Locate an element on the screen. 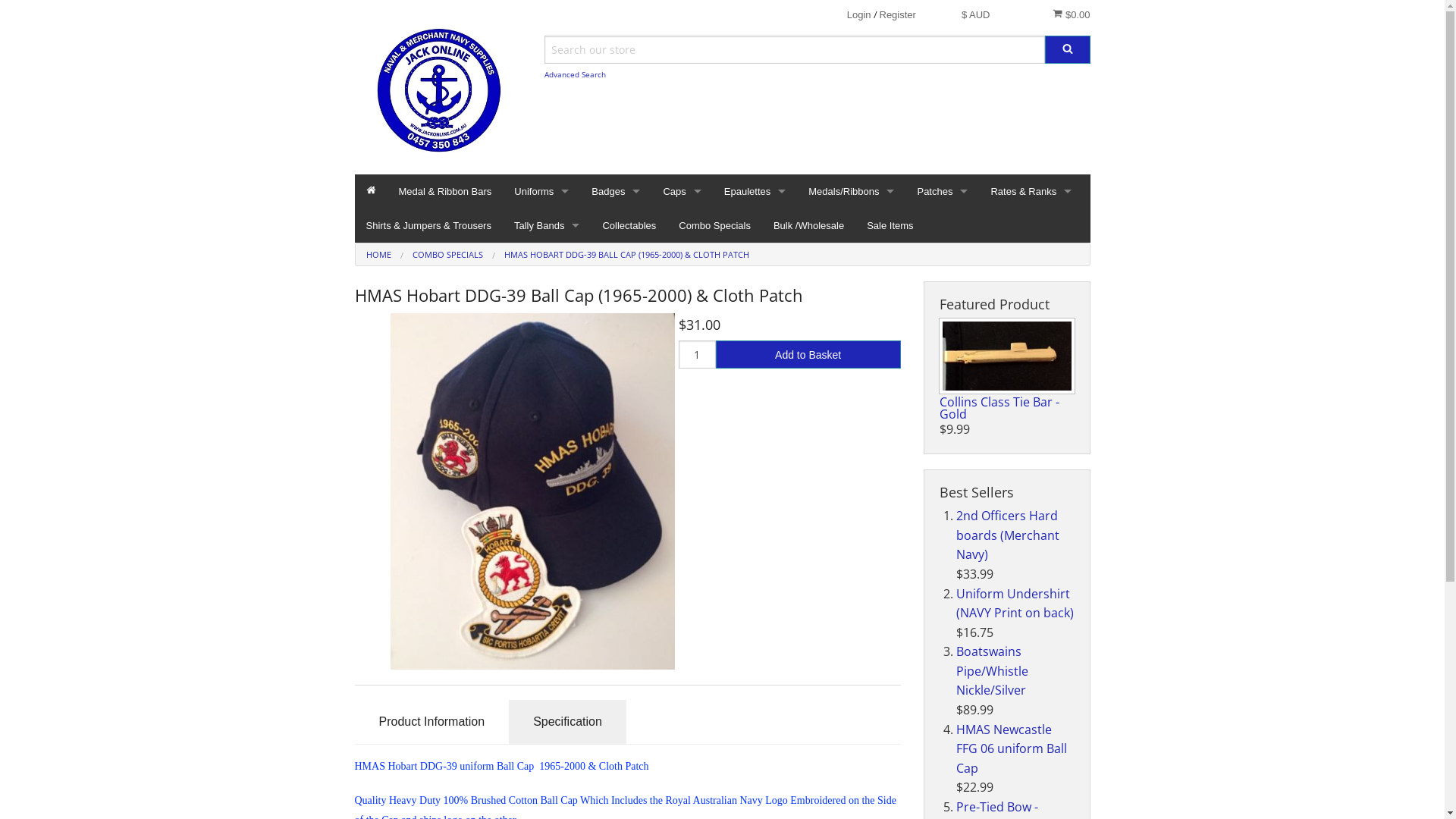  'Collins Class Tie Bar - Gold' is located at coordinates (998, 406).